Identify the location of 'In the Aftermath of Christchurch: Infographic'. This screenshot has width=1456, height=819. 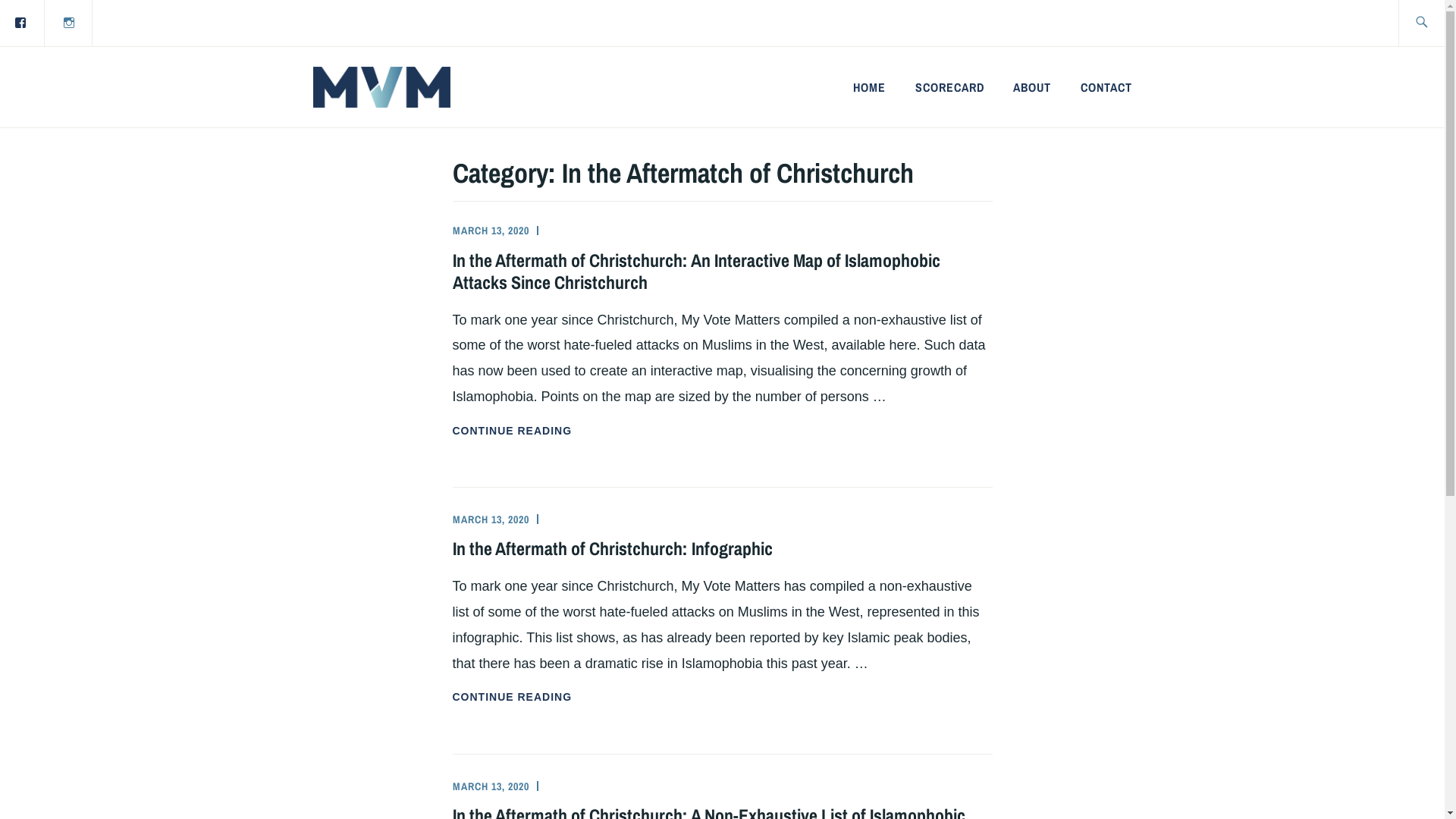
(611, 548).